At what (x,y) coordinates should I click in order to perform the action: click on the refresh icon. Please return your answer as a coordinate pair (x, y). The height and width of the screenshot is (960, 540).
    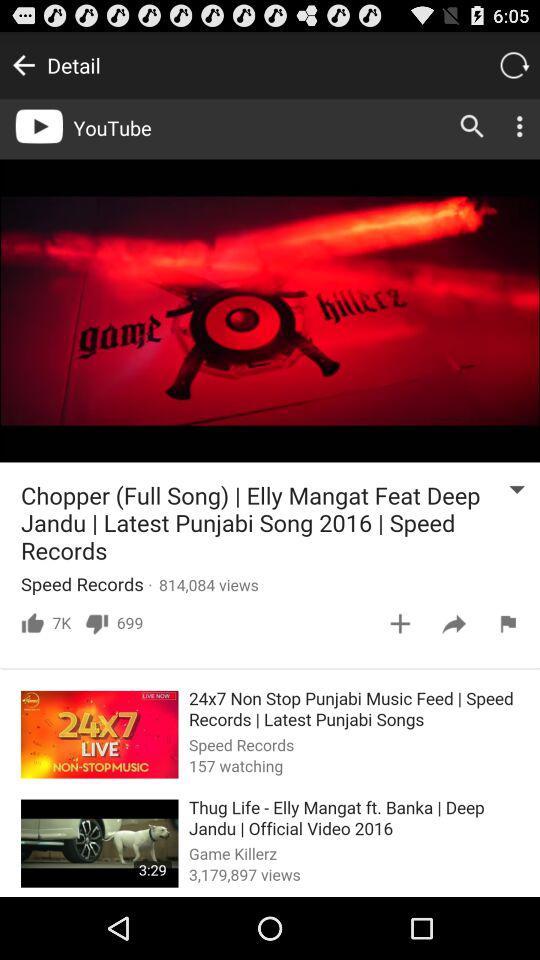
    Looking at the image, I should click on (513, 69).